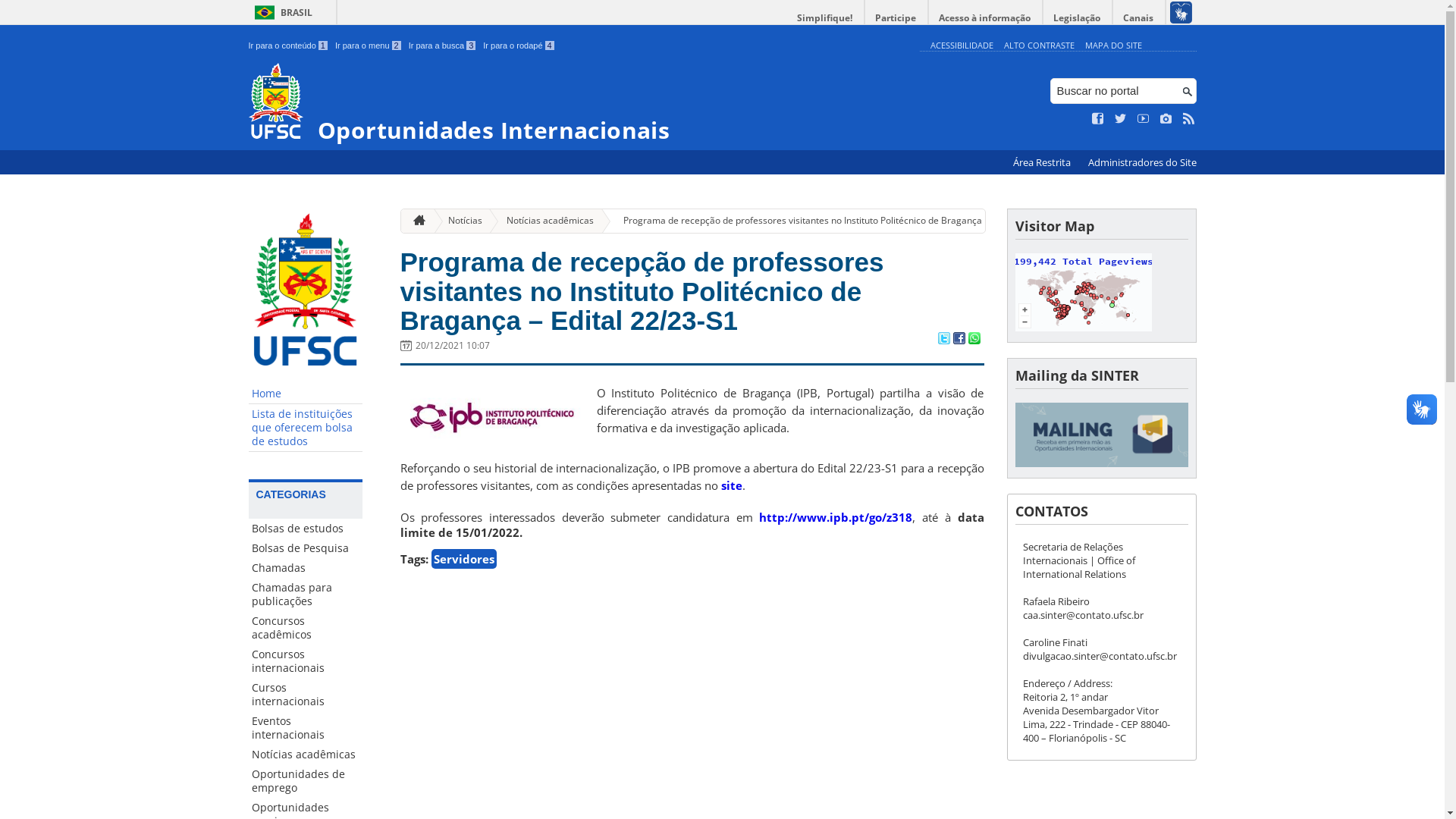 This screenshot has width=1456, height=819. Describe the element at coordinates (1141, 162) in the screenshot. I see `'Administradores do Site'` at that location.